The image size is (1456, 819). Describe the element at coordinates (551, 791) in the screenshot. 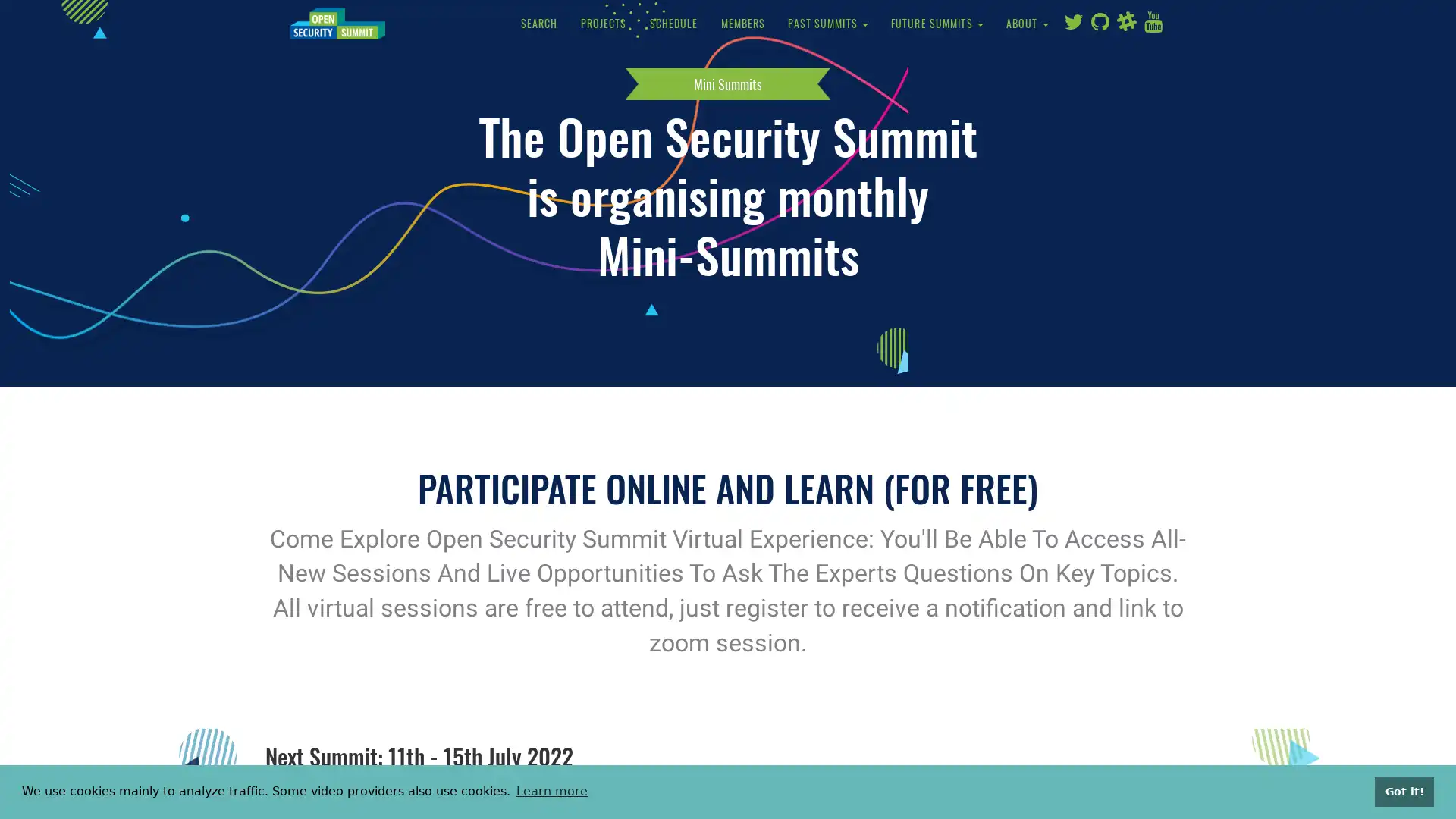

I see `learn more about cookies` at that location.